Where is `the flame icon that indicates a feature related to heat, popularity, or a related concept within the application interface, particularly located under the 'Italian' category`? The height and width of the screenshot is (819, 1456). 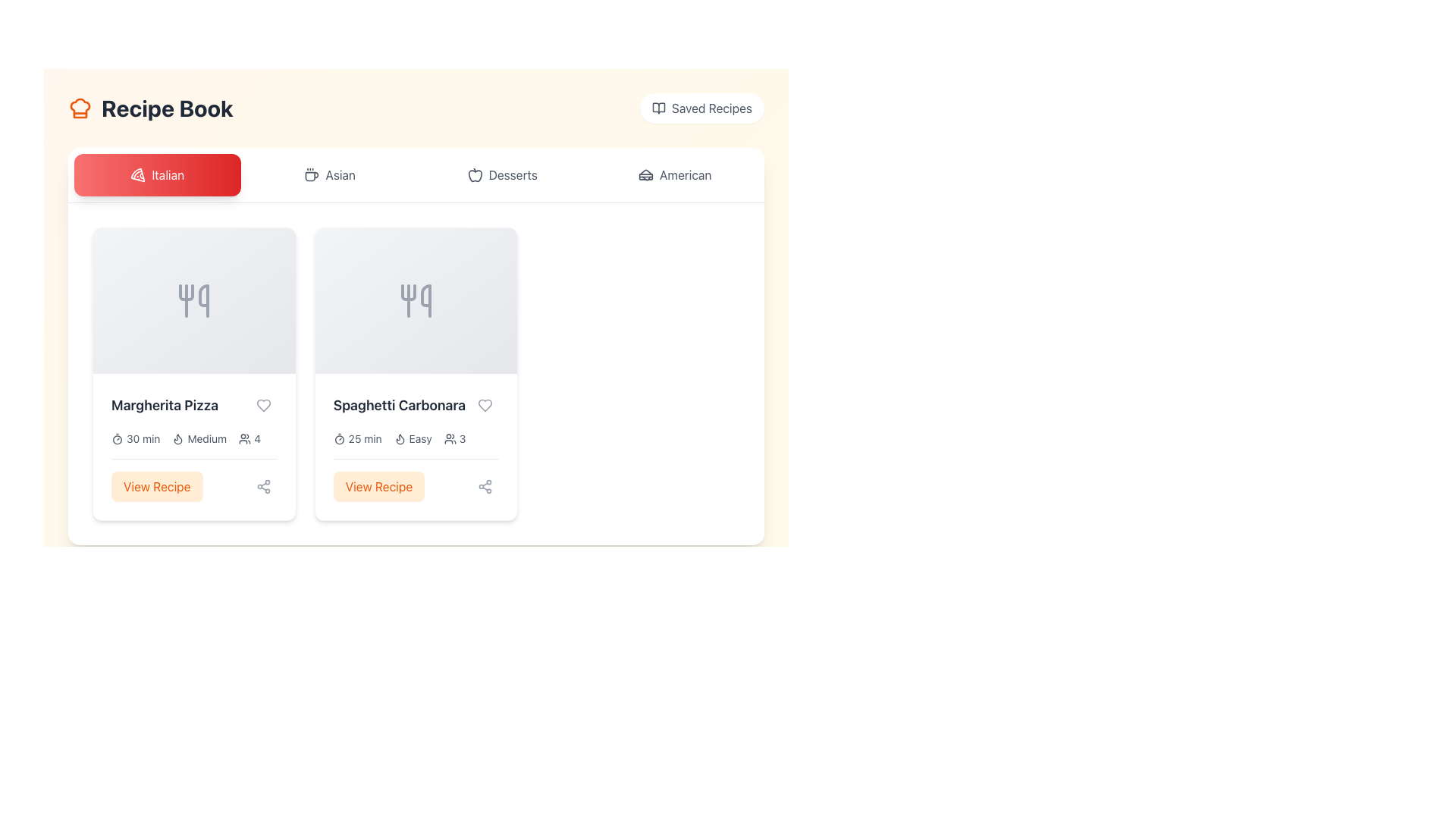 the flame icon that indicates a feature related to heat, popularity, or a related concept within the application interface, particularly located under the 'Italian' category is located at coordinates (400, 439).